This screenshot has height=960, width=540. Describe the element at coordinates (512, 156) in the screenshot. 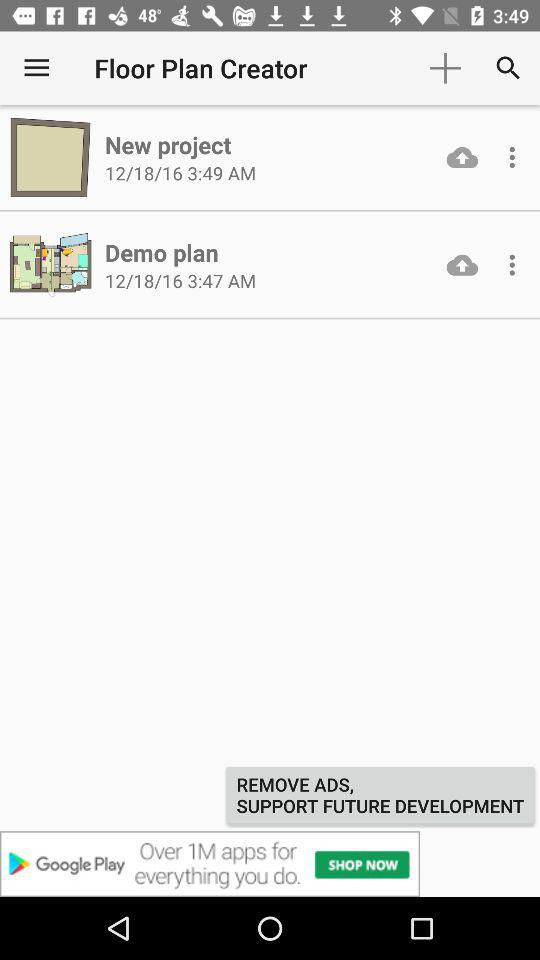

I see `a link to options` at that location.